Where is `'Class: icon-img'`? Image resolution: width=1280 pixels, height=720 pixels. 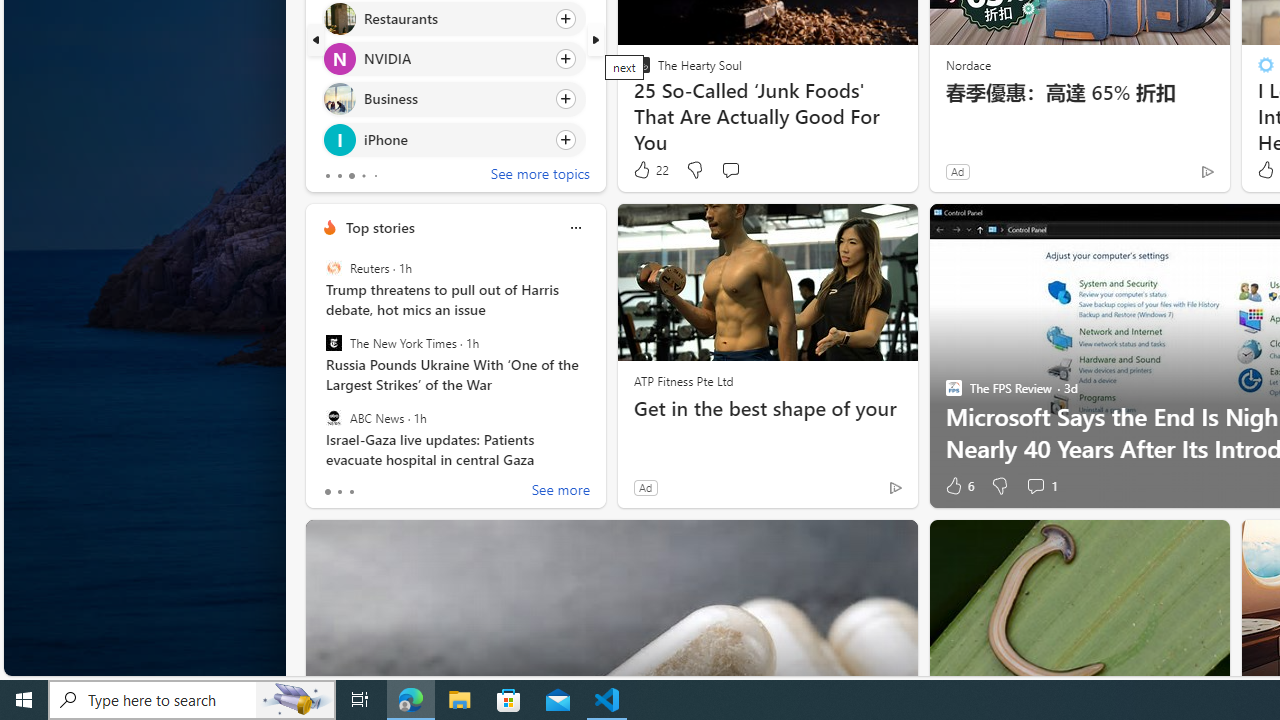
'Class: icon-img' is located at coordinates (574, 227).